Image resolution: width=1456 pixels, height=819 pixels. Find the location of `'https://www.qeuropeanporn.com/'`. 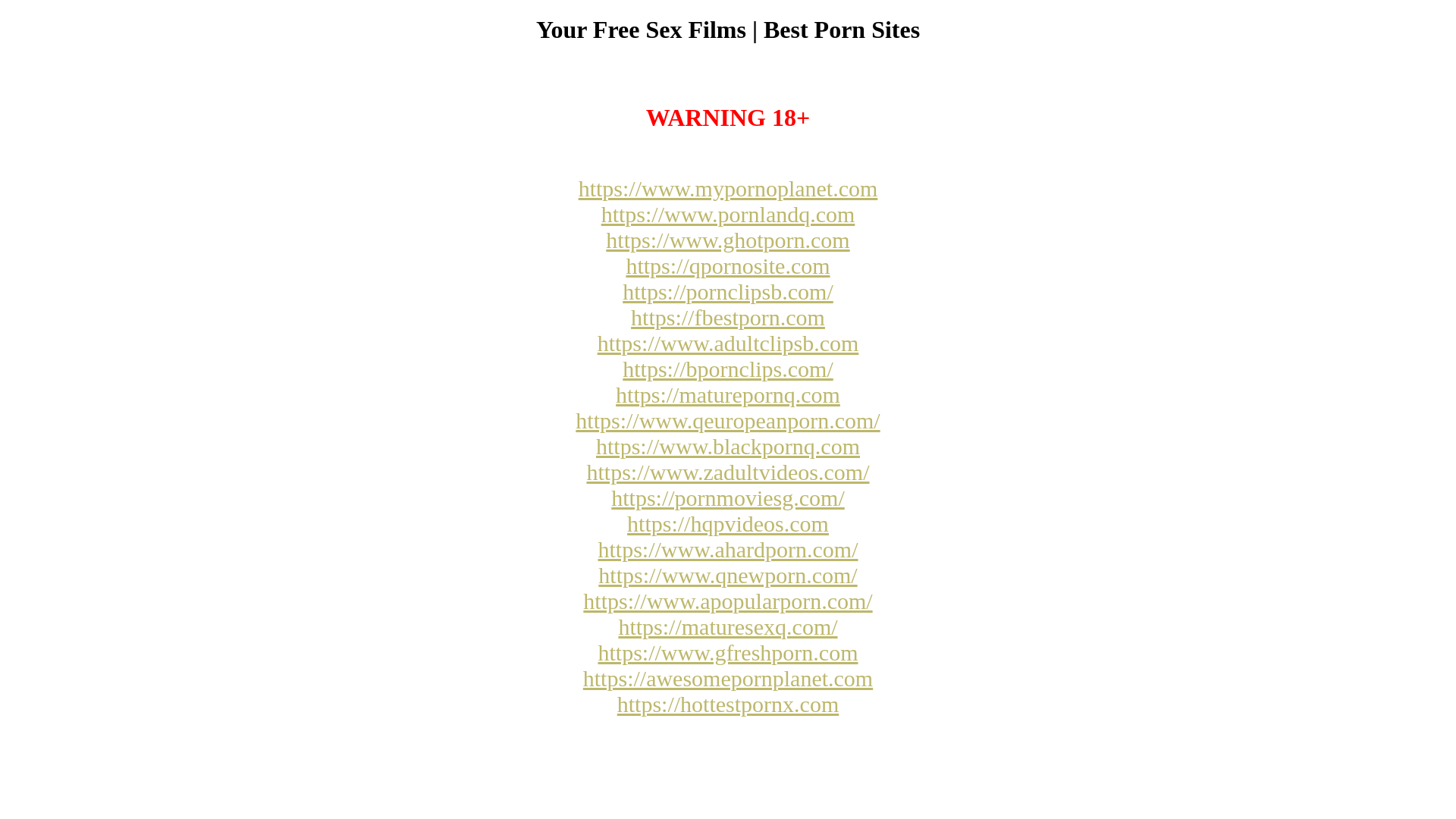

'https://www.qeuropeanporn.com/' is located at coordinates (726, 420).